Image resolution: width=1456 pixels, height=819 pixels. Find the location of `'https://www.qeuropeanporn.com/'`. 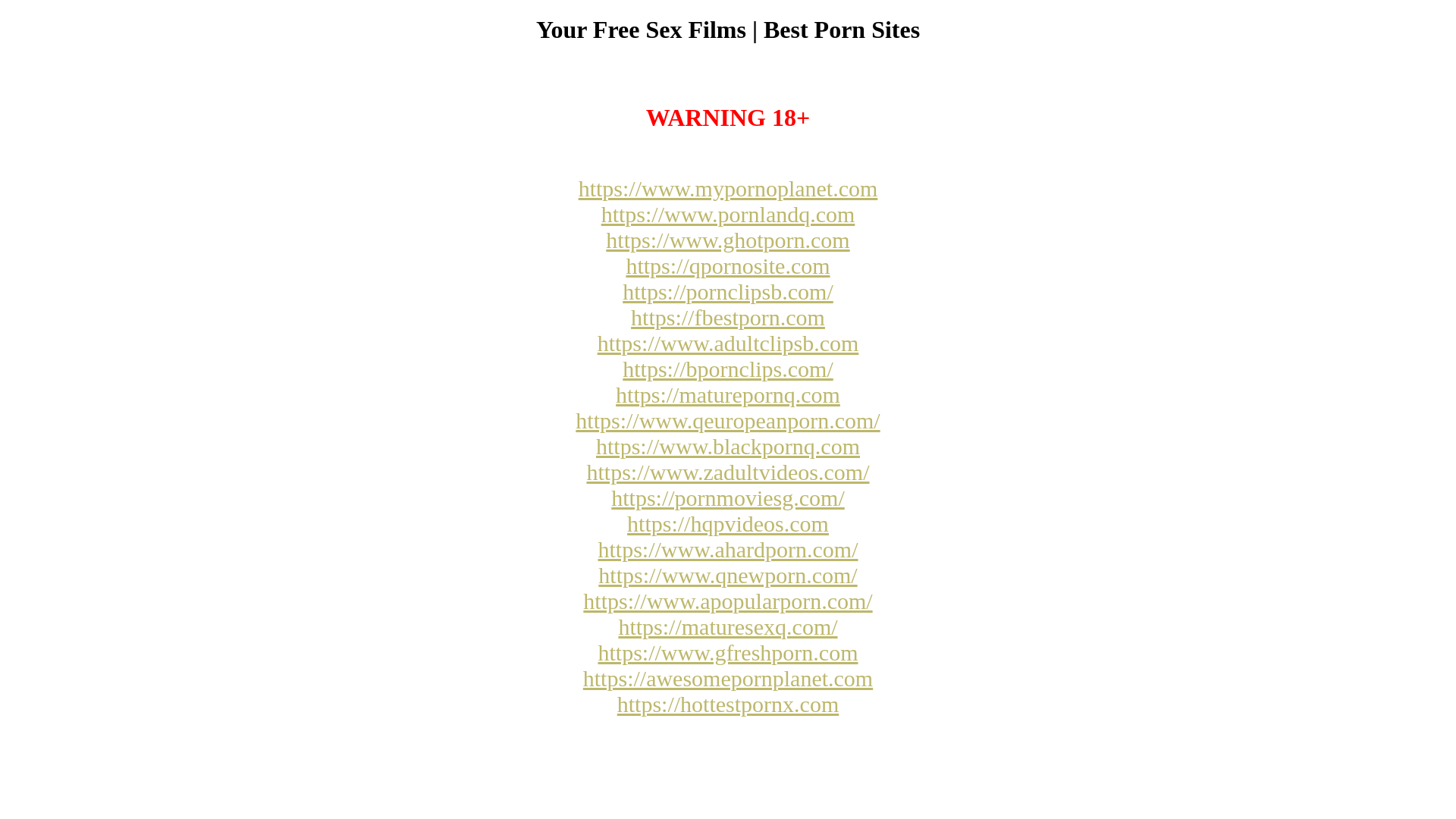

'https://www.qeuropeanporn.com/' is located at coordinates (726, 420).